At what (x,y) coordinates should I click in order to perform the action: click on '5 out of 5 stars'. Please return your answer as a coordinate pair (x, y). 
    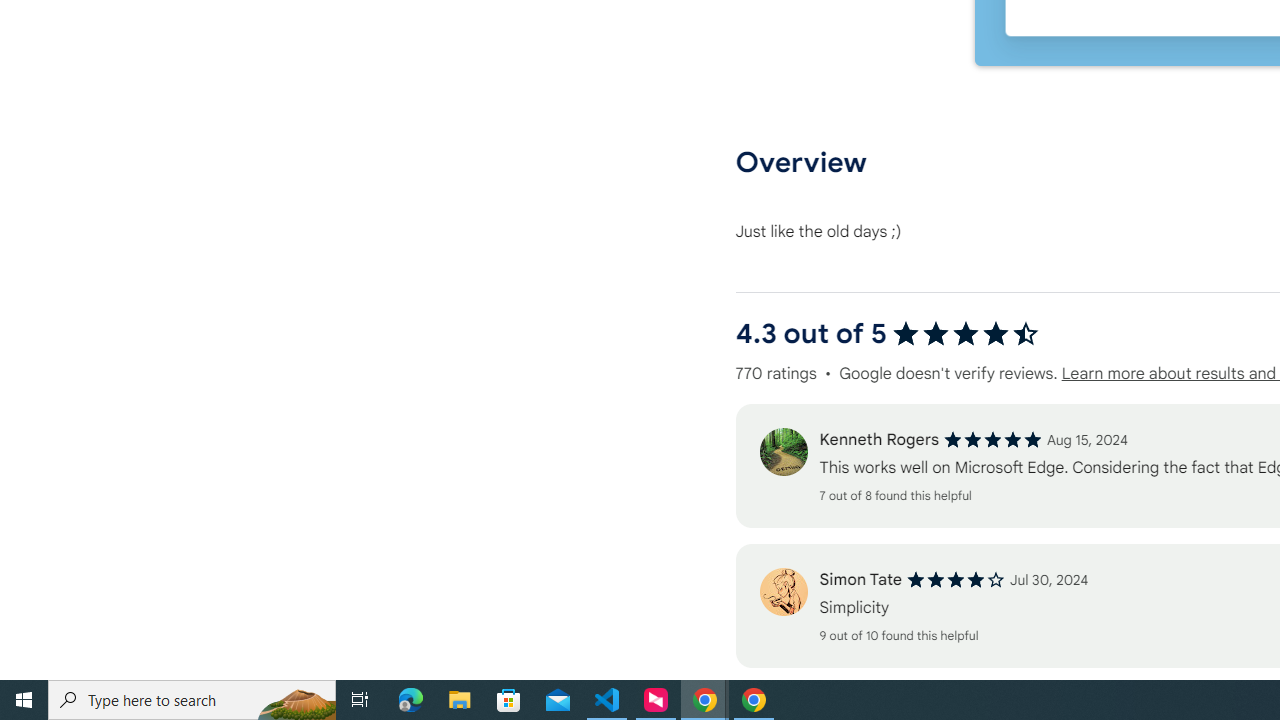
    Looking at the image, I should click on (992, 439).